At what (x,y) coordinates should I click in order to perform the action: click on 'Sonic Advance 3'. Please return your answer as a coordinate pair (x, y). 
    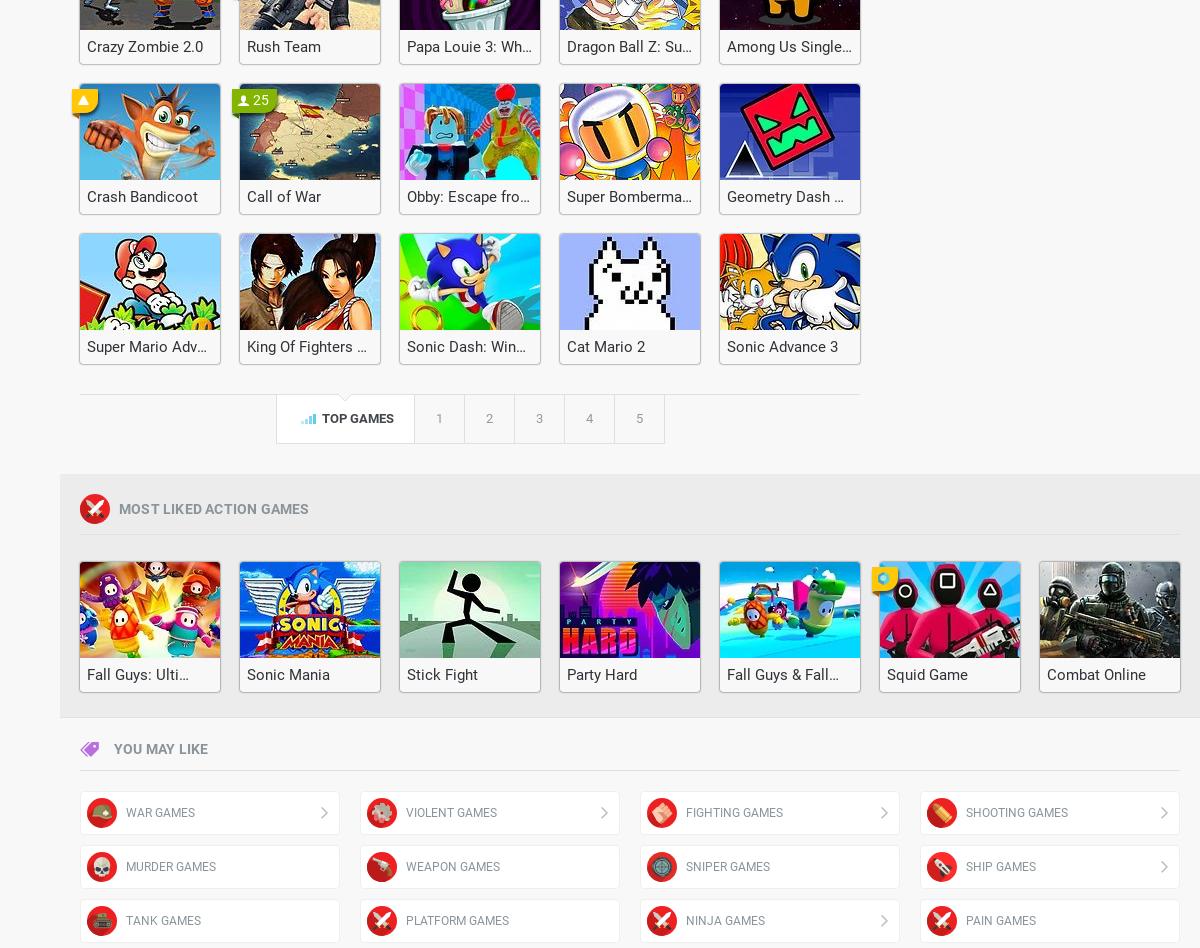
    Looking at the image, I should click on (781, 346).